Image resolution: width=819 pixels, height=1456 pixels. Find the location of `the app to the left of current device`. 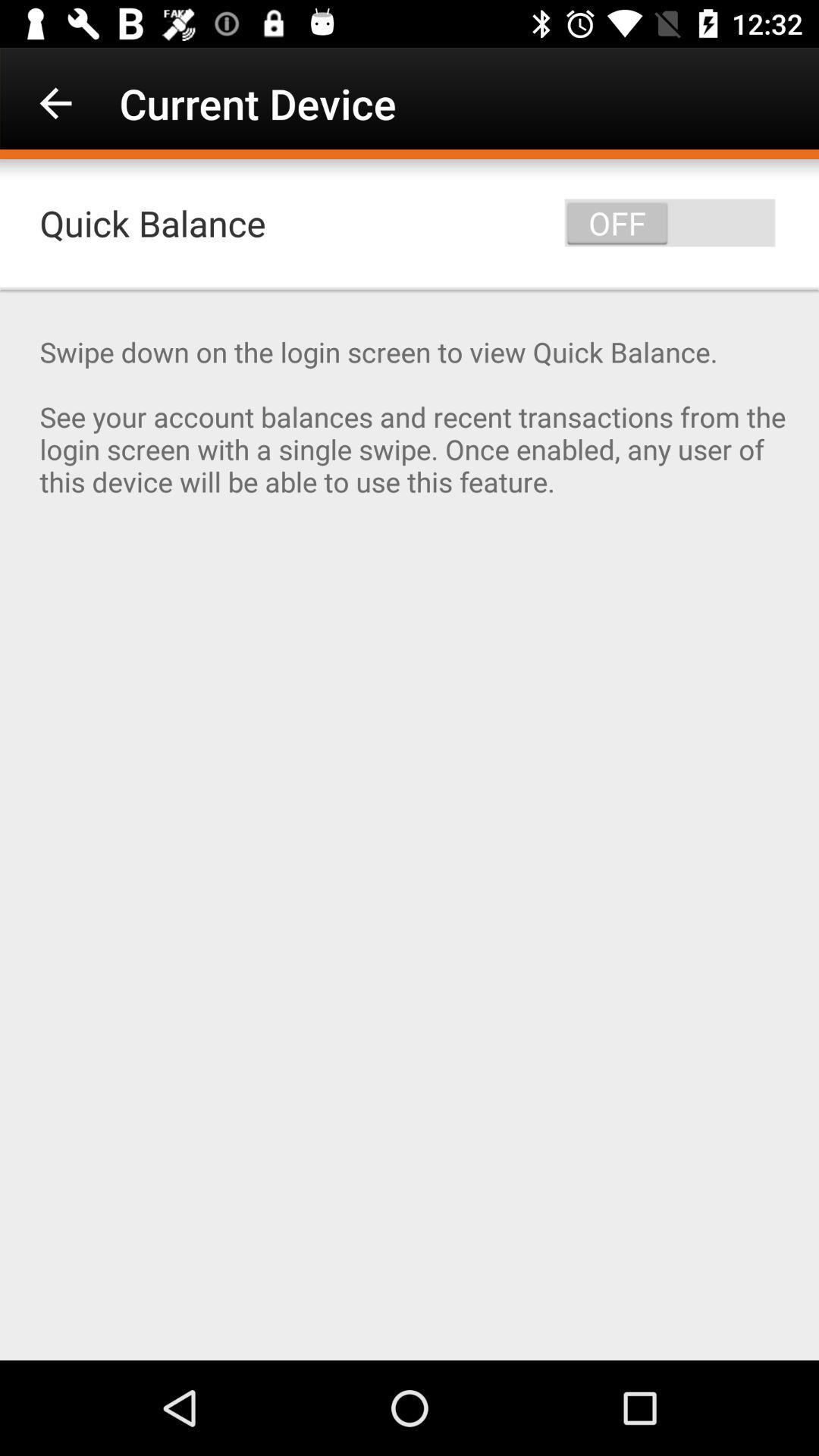

the app to the left of current device is located at coordinates (55, 102).